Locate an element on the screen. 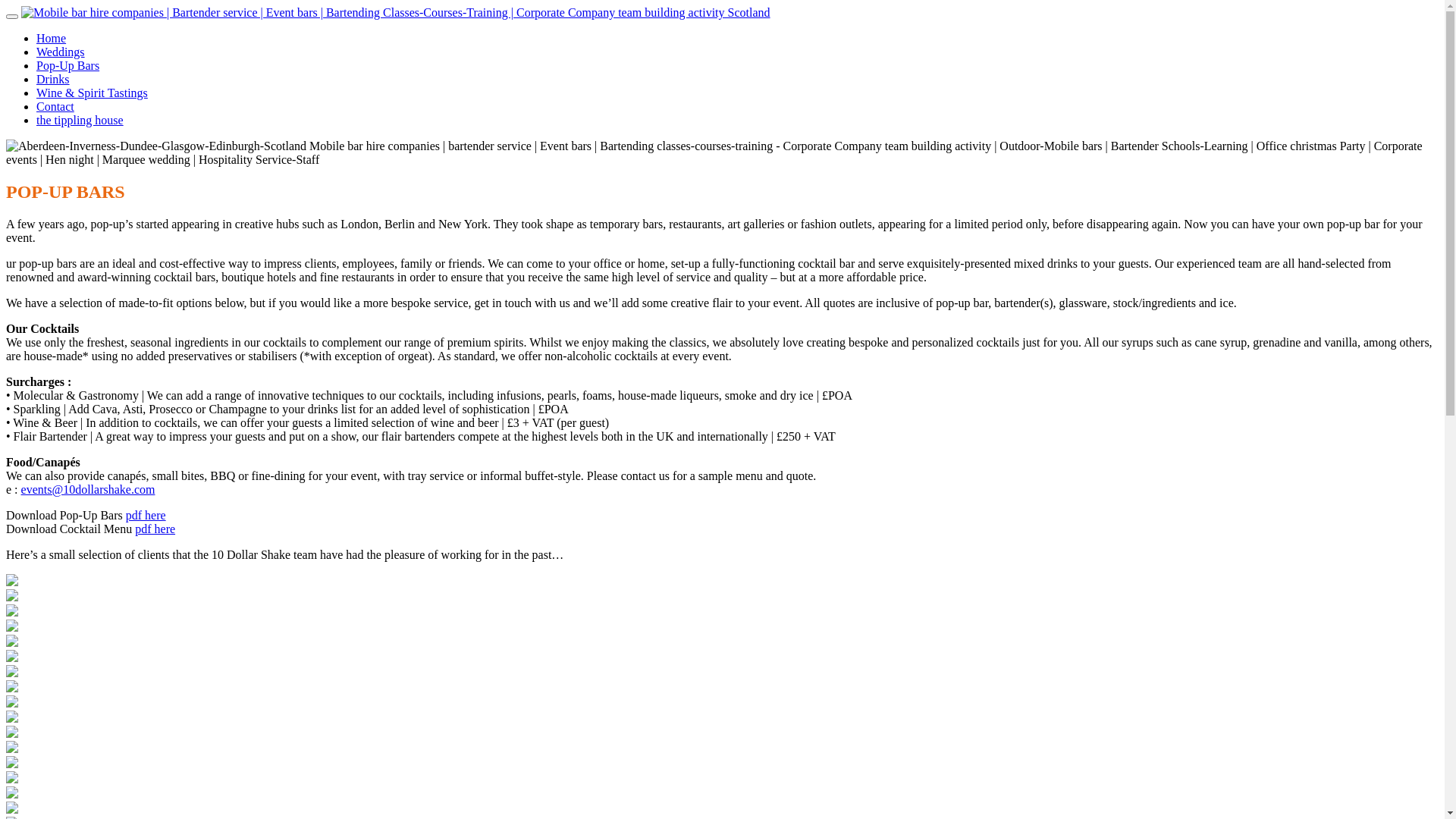 Image resolution: width=1456 pixels, height=819 pixels. 'Contact' is located at coordinates (55, 105).